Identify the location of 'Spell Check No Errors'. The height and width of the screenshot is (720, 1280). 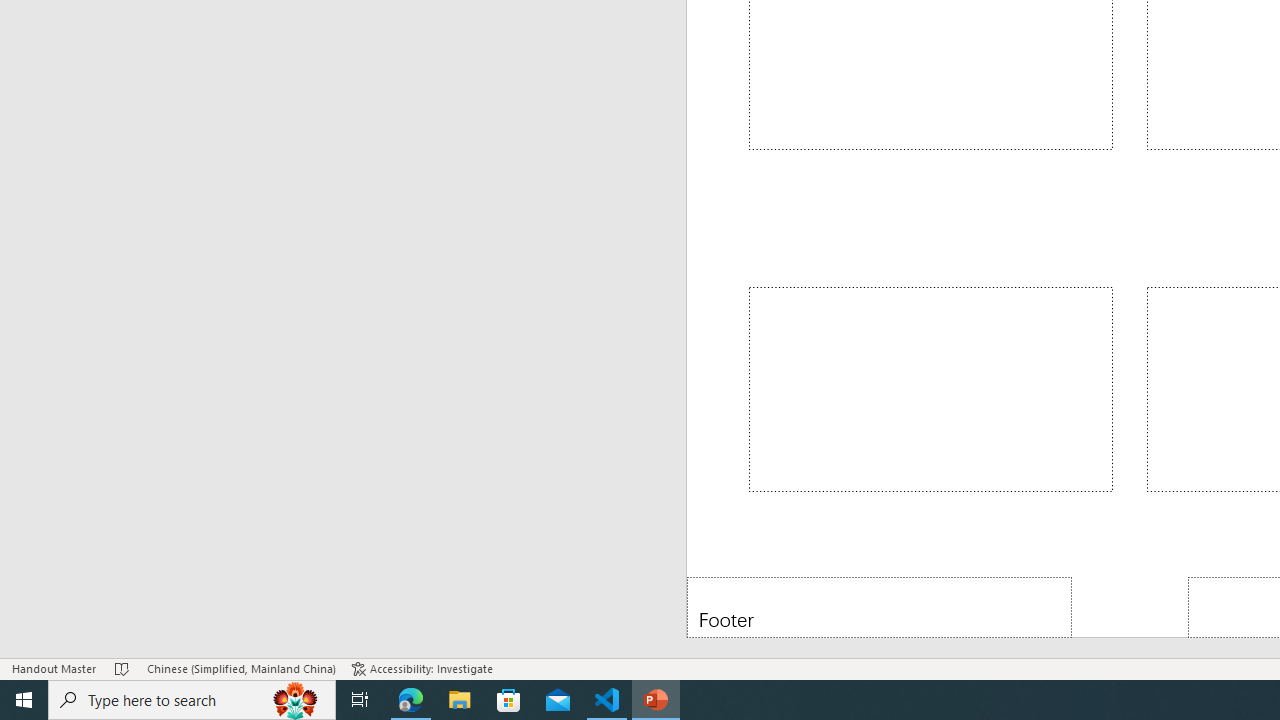
(122, 669).